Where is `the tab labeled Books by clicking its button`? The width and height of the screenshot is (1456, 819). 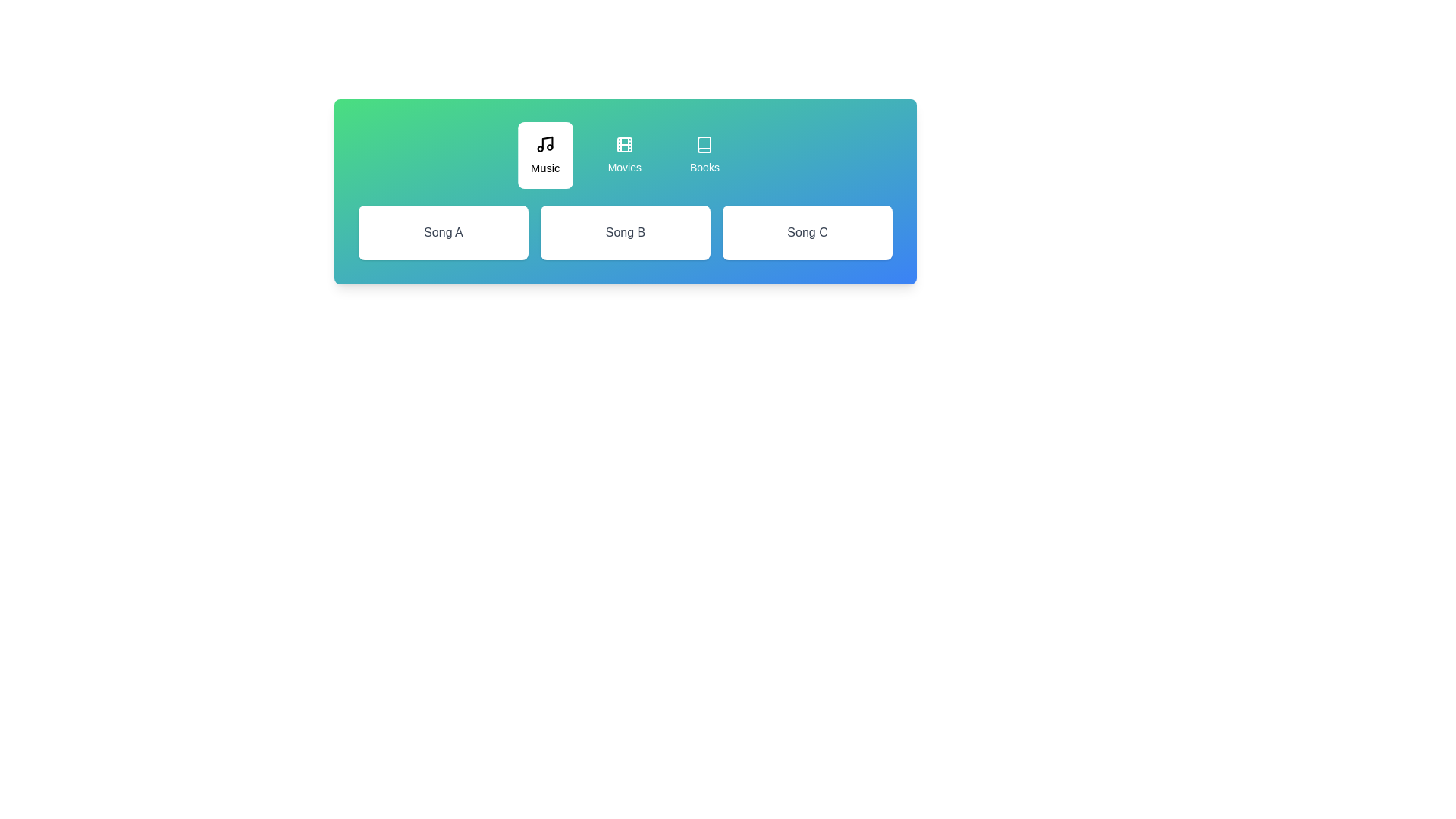 the tab labeled Books by clicking its button is located at coordinates (704, 155).